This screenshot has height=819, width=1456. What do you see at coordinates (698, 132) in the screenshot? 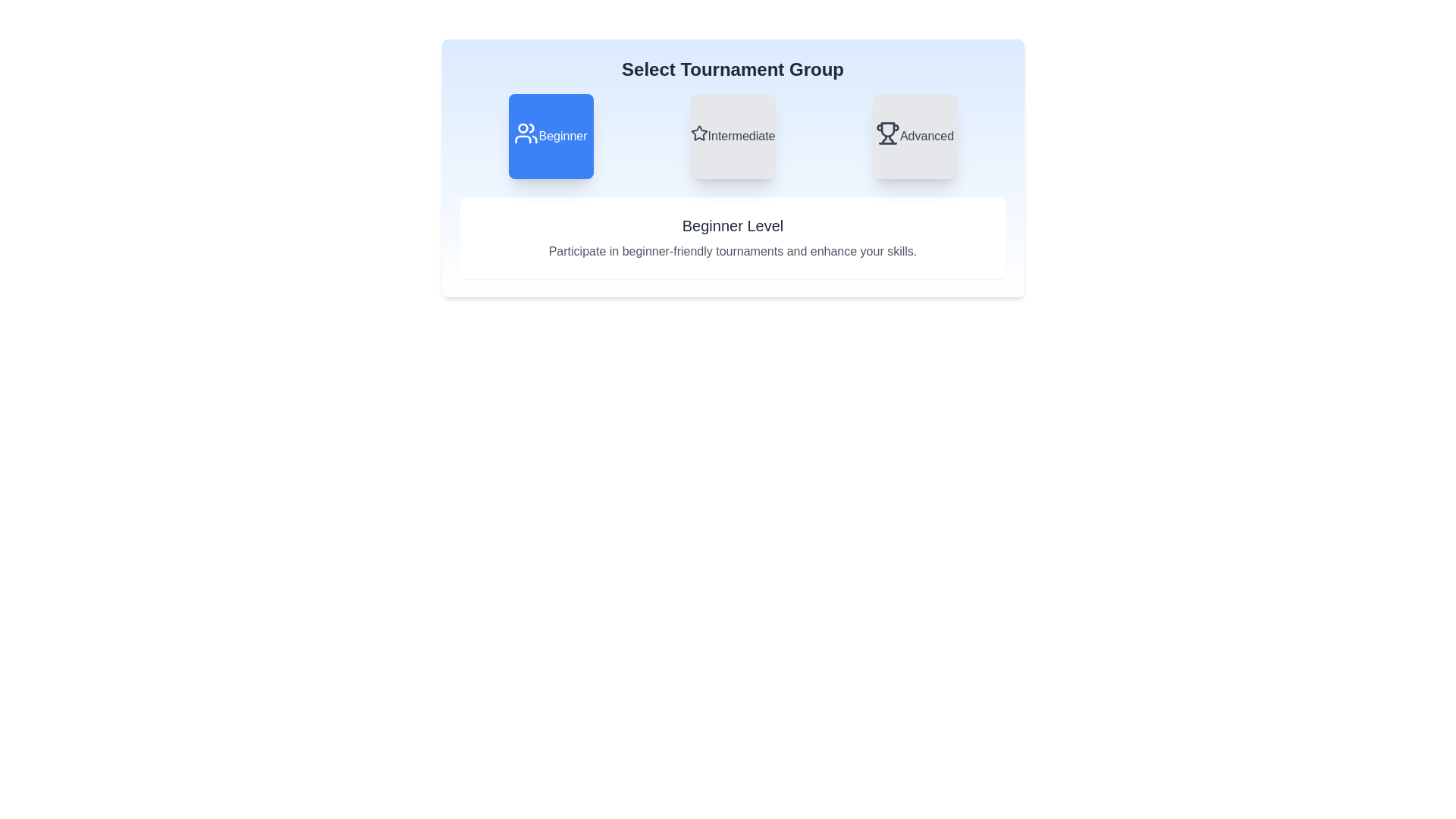
I see `the star icon associated with the 'Intermediate' tournament group, which is located within the second card of three tournament level cards` at bounding box center [698, 132].